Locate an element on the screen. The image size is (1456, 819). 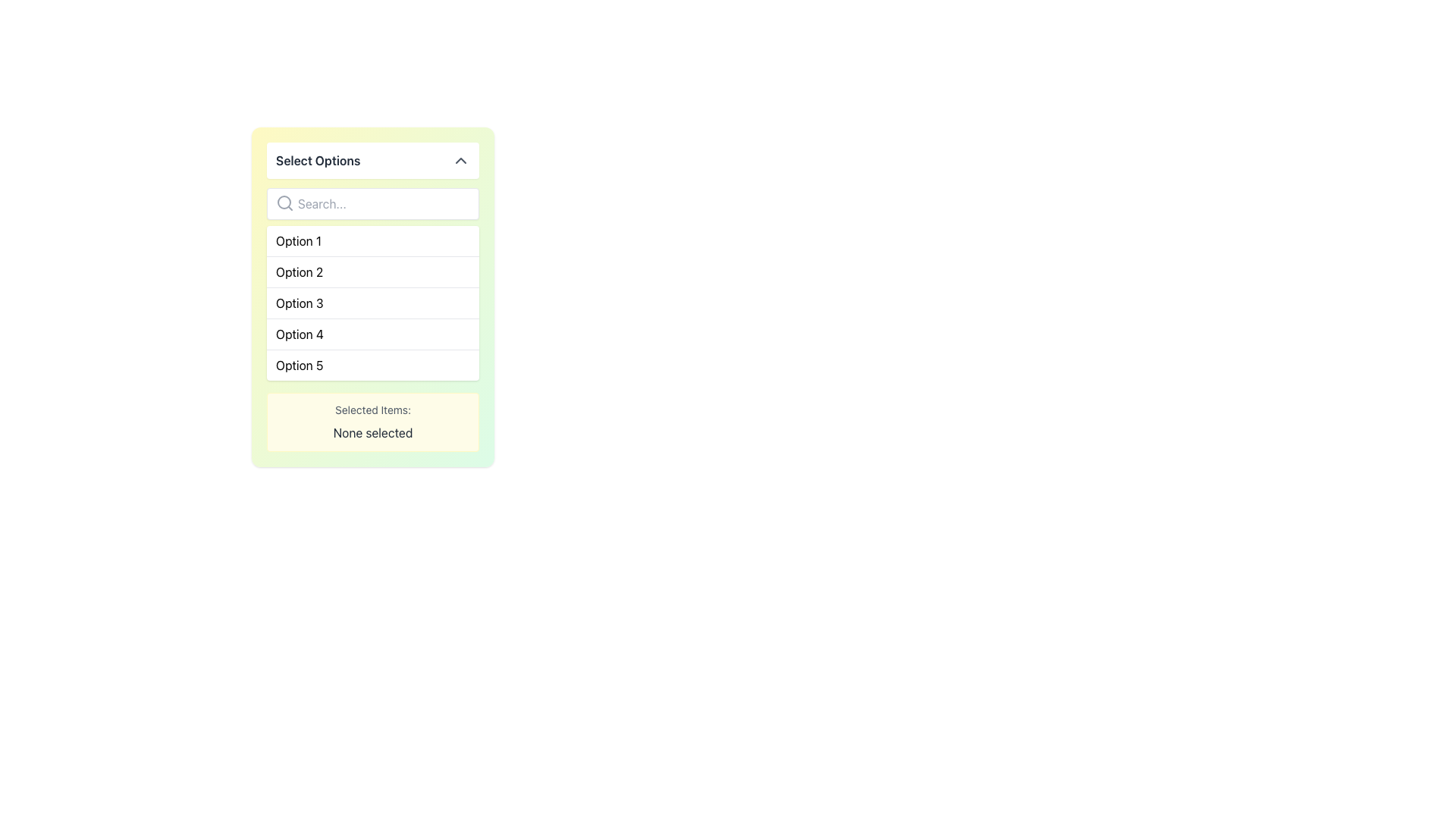
the list item labeled 'Option 4' is located at coordinates (372, 332).